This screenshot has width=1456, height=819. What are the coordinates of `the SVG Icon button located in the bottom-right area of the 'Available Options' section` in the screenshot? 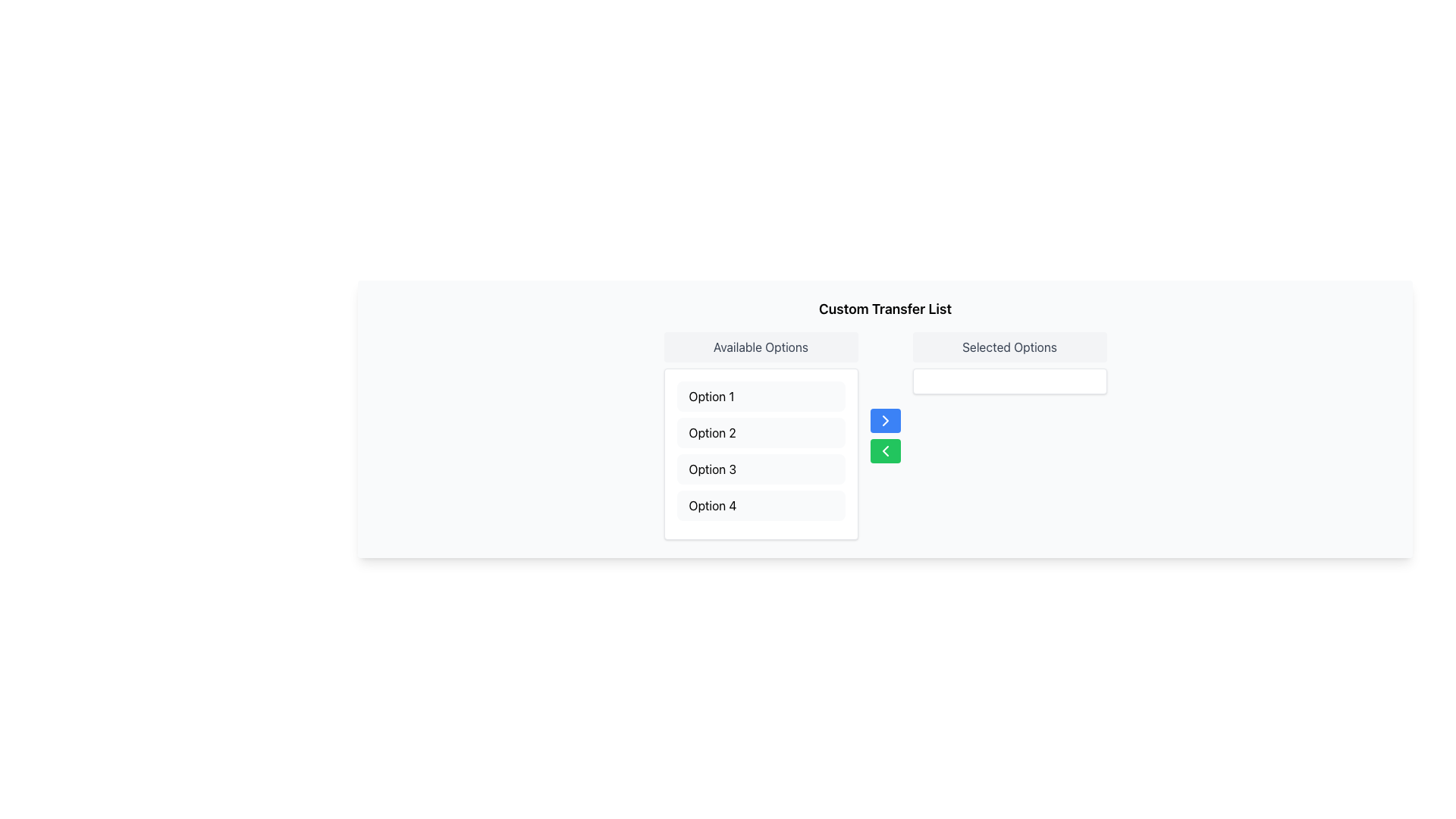 It's located at (885, 450).